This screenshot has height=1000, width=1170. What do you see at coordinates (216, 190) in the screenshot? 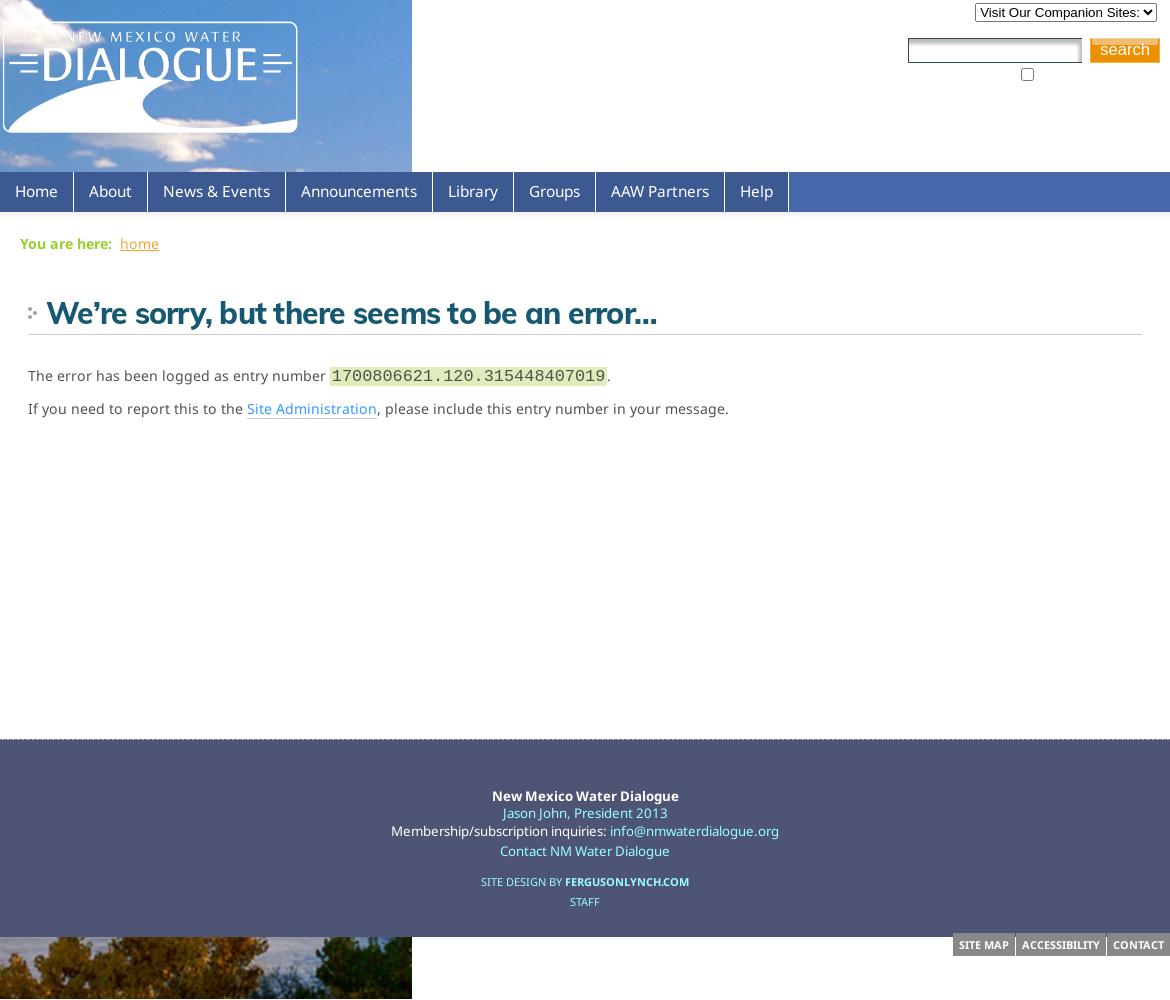
I see `'News & Events'` at bounding box center [216, 190].